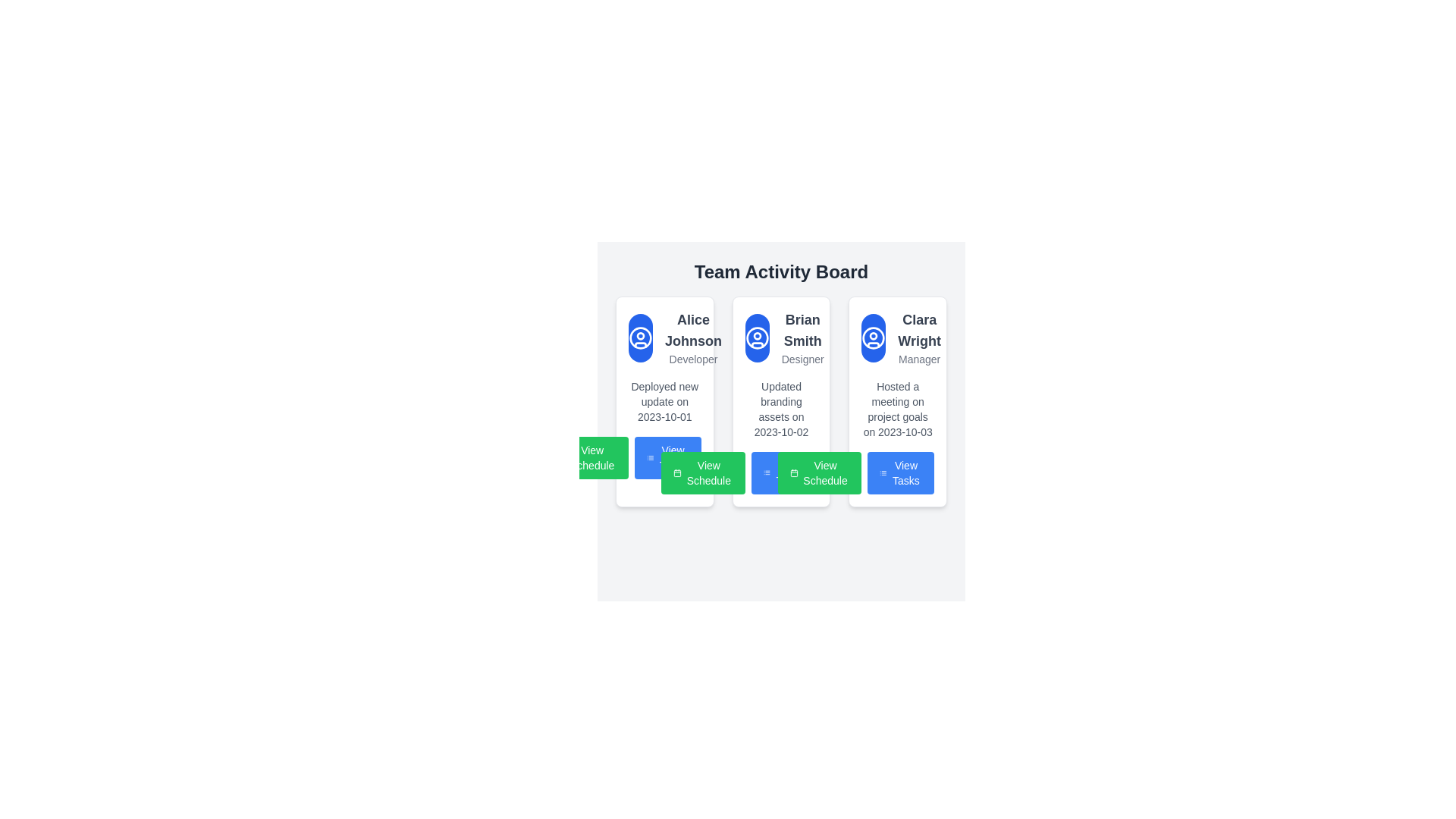  What do you see at coordinates (676, 472) in the screenshot?
I see `the calendar icon located on the left side of the 'View Schedule' button` at bounding box center [676, 472].